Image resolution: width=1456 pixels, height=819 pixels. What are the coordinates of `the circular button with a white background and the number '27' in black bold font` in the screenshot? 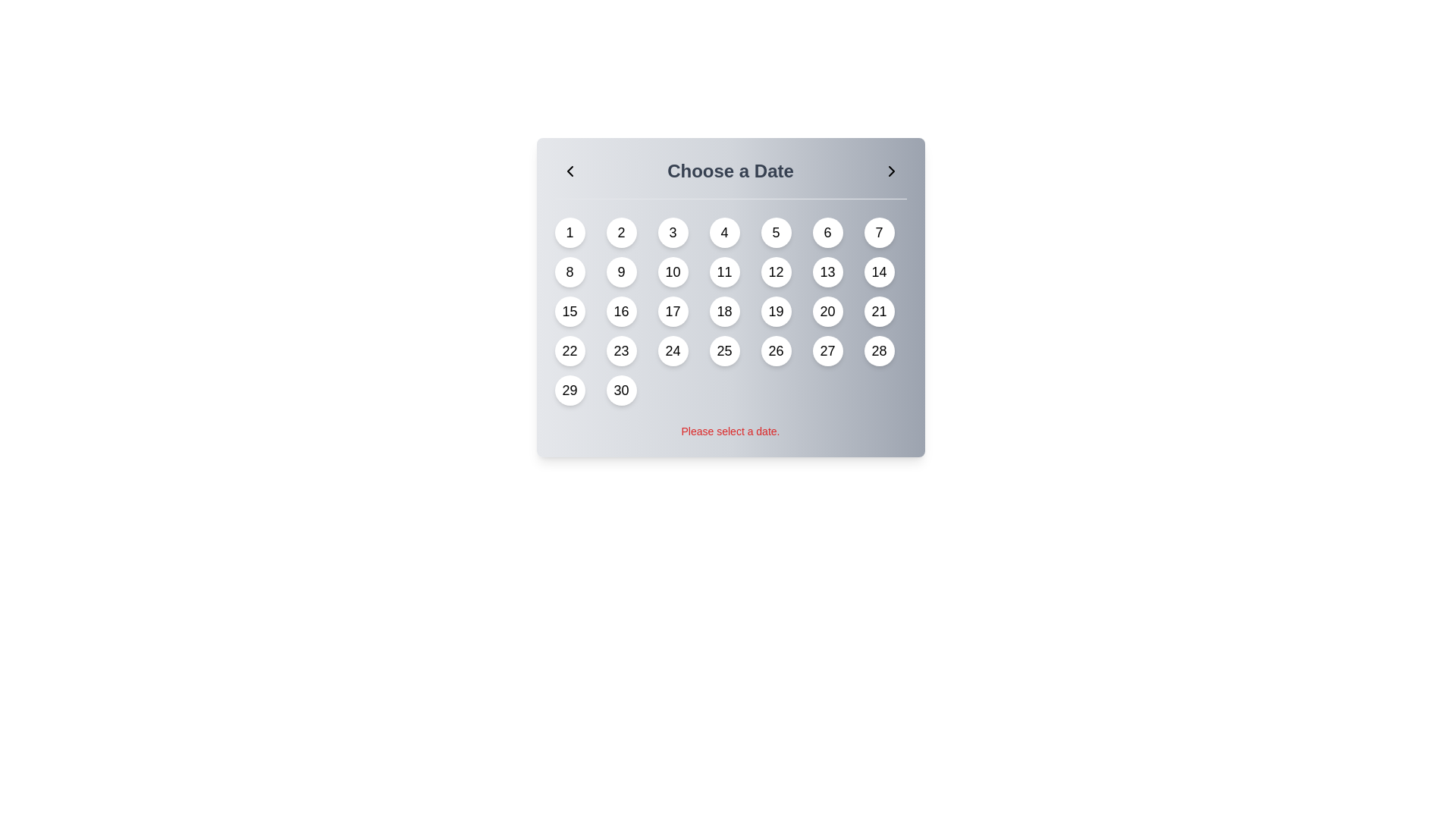 It's located at (827, 350).